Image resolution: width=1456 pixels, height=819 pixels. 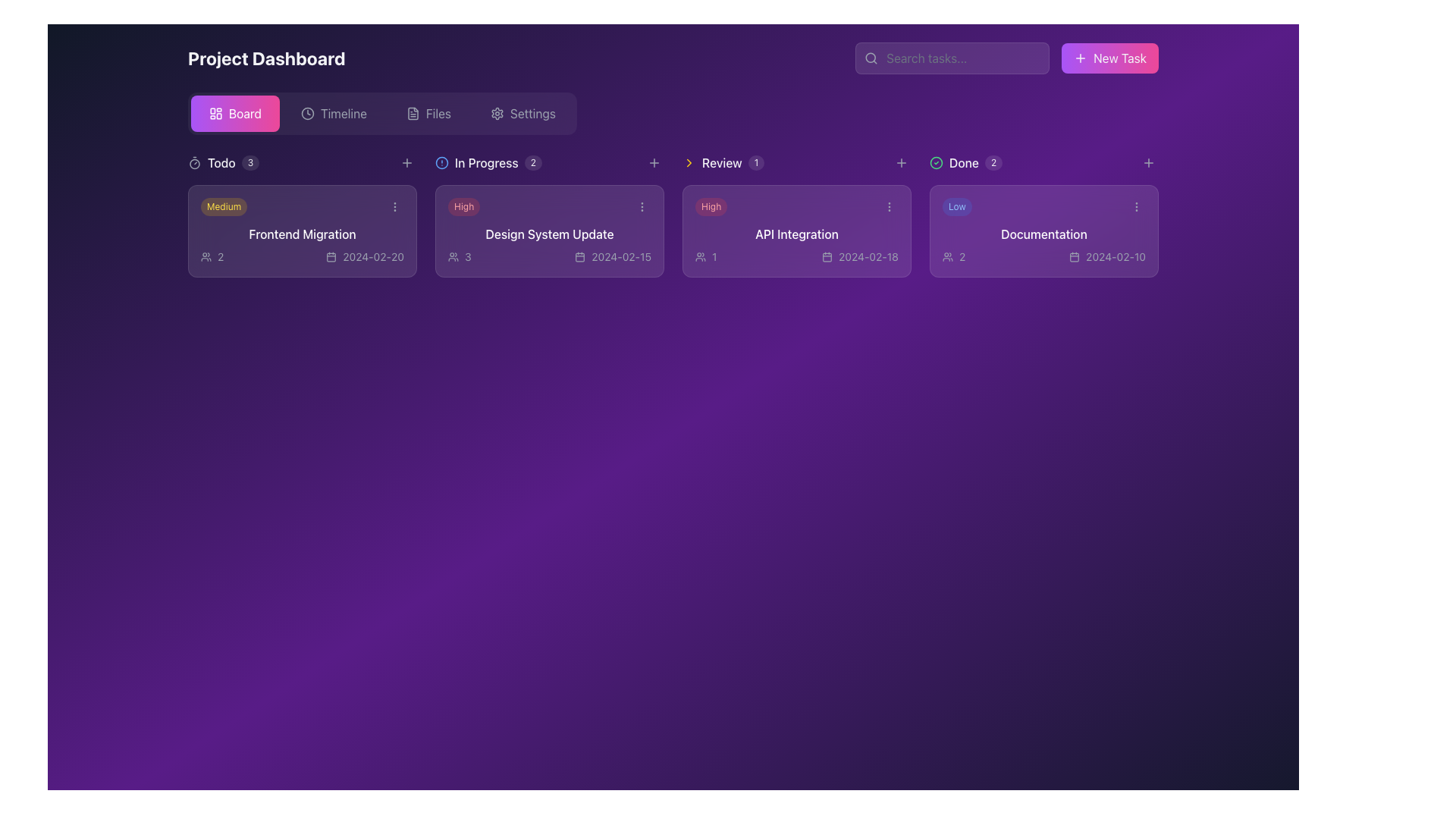 I want to click on the 'Timeline' menu item button in the horizontal navigation menu, so click(x=333, y=113).